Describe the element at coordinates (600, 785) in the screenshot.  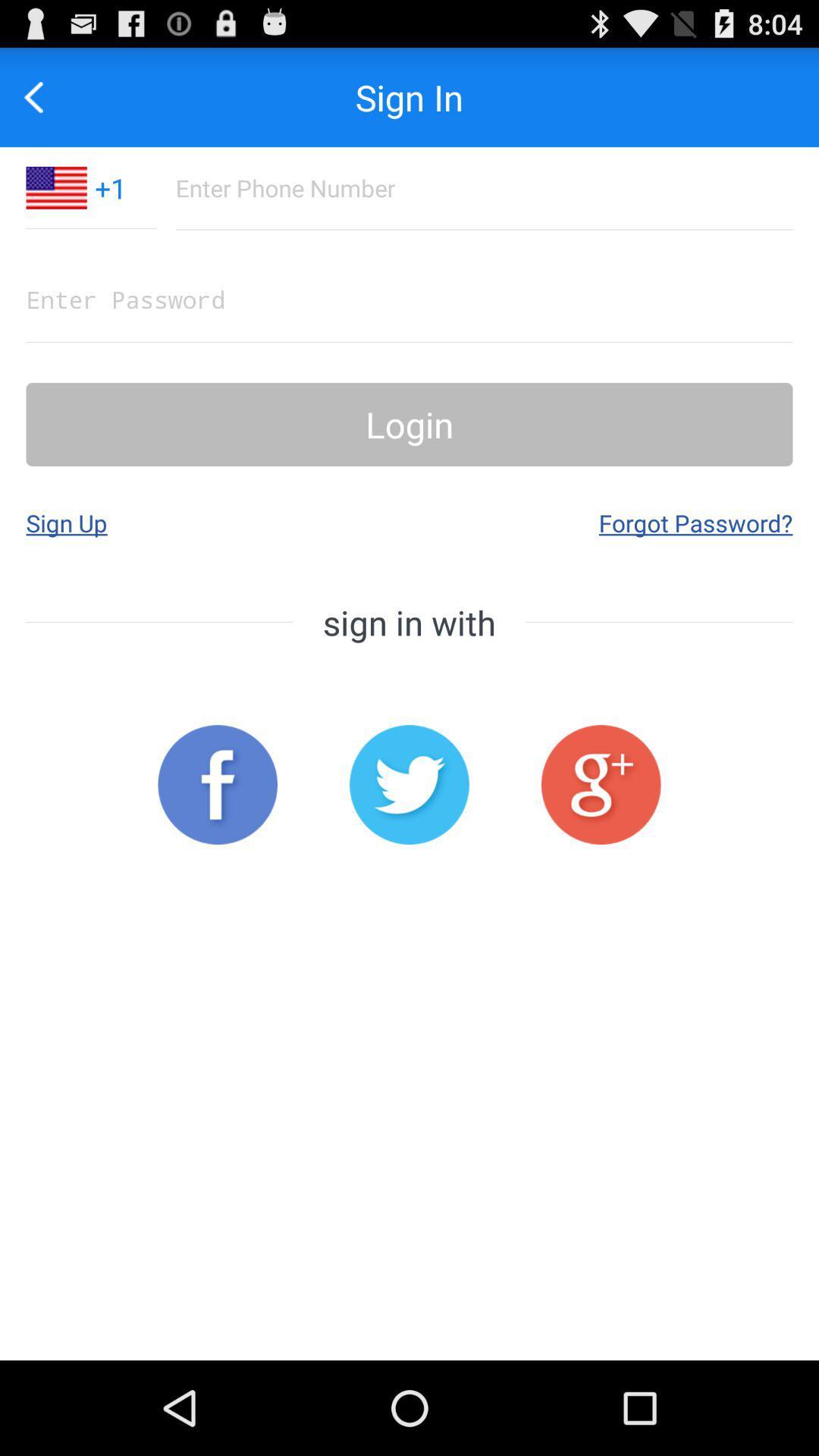
I see `share on google plus` at that location.